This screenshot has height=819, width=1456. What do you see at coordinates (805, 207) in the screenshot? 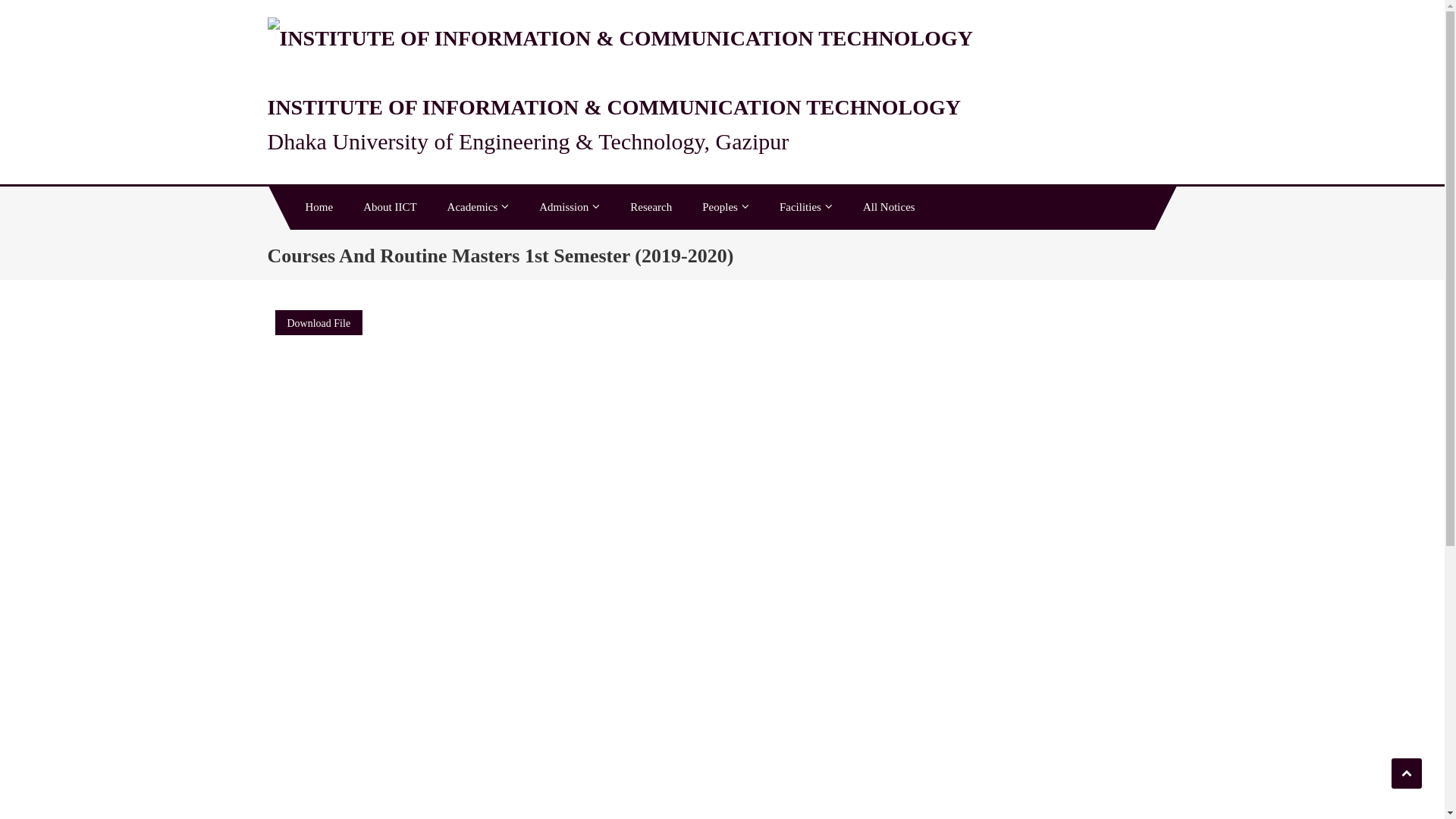
I see `'Facilities'` at bounding box center [805, 207].